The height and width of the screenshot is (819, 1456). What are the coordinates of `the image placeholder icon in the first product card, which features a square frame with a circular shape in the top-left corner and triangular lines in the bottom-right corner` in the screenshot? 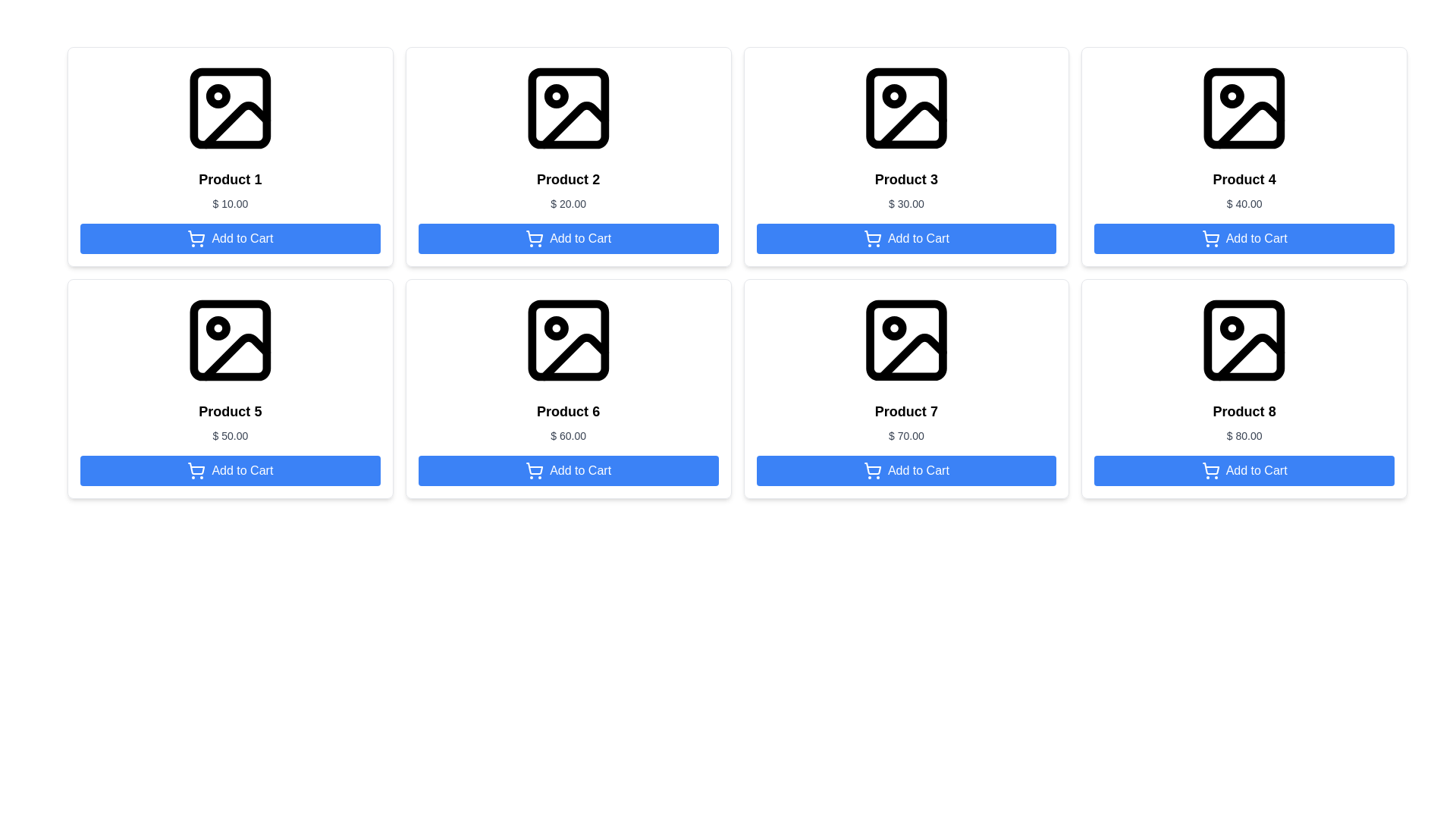 It's located at (229, 107).